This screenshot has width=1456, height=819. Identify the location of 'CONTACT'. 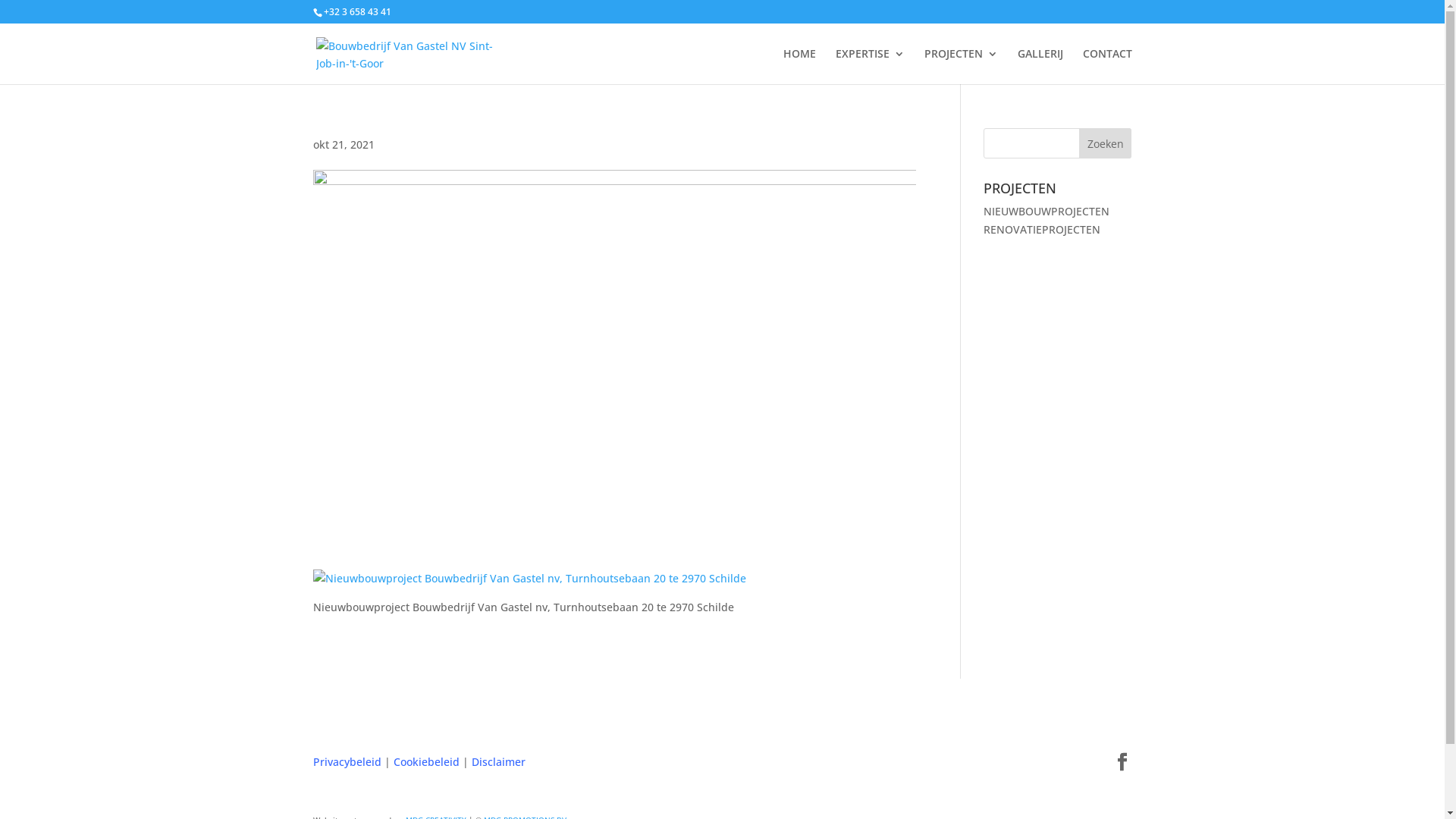
(1107, 65).